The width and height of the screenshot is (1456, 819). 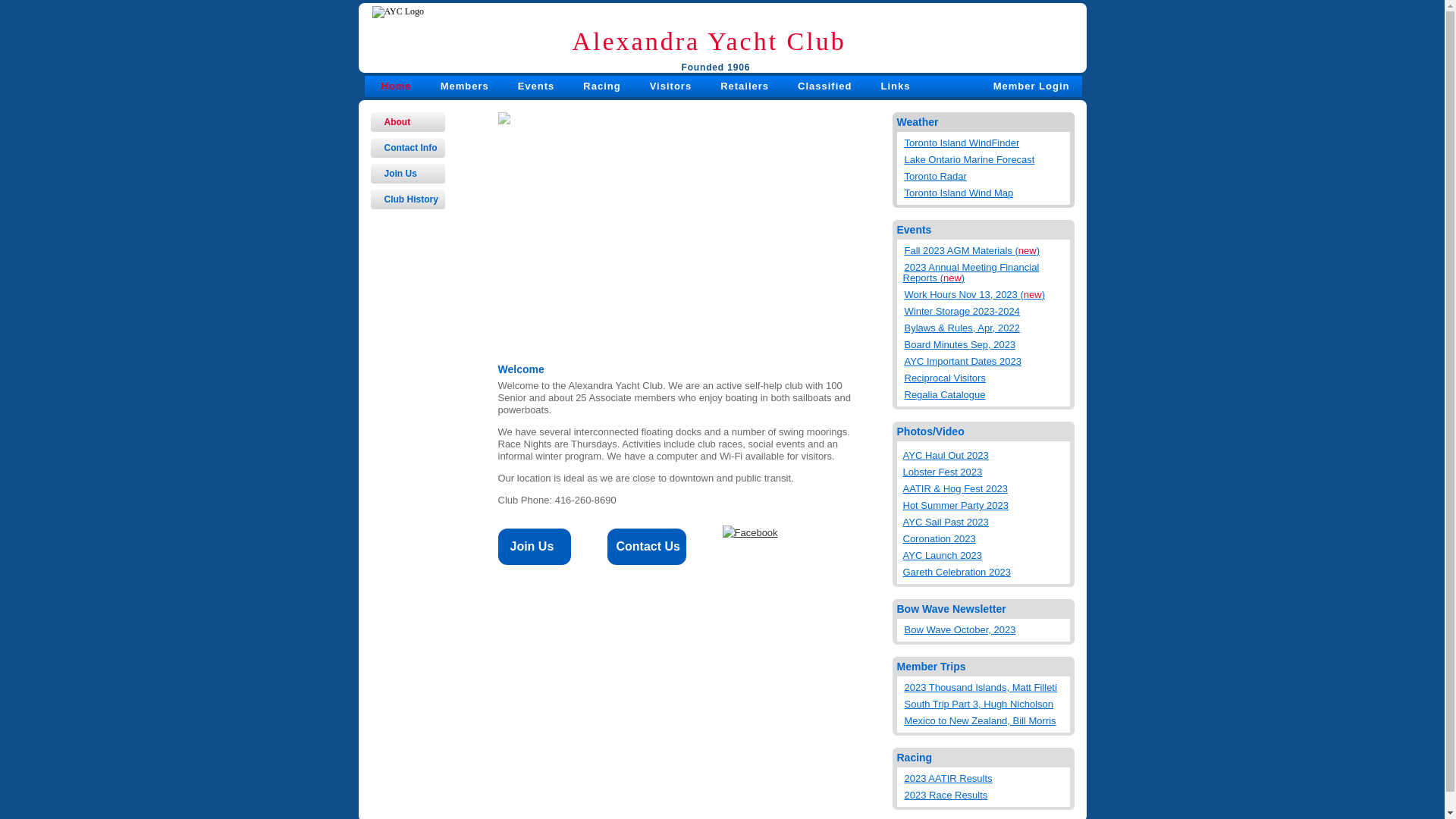 What do you see at coordinates (986, 189) in the screenshot?
I see `'Toronto Island Wind Map'` at bounding box center [986, 189].